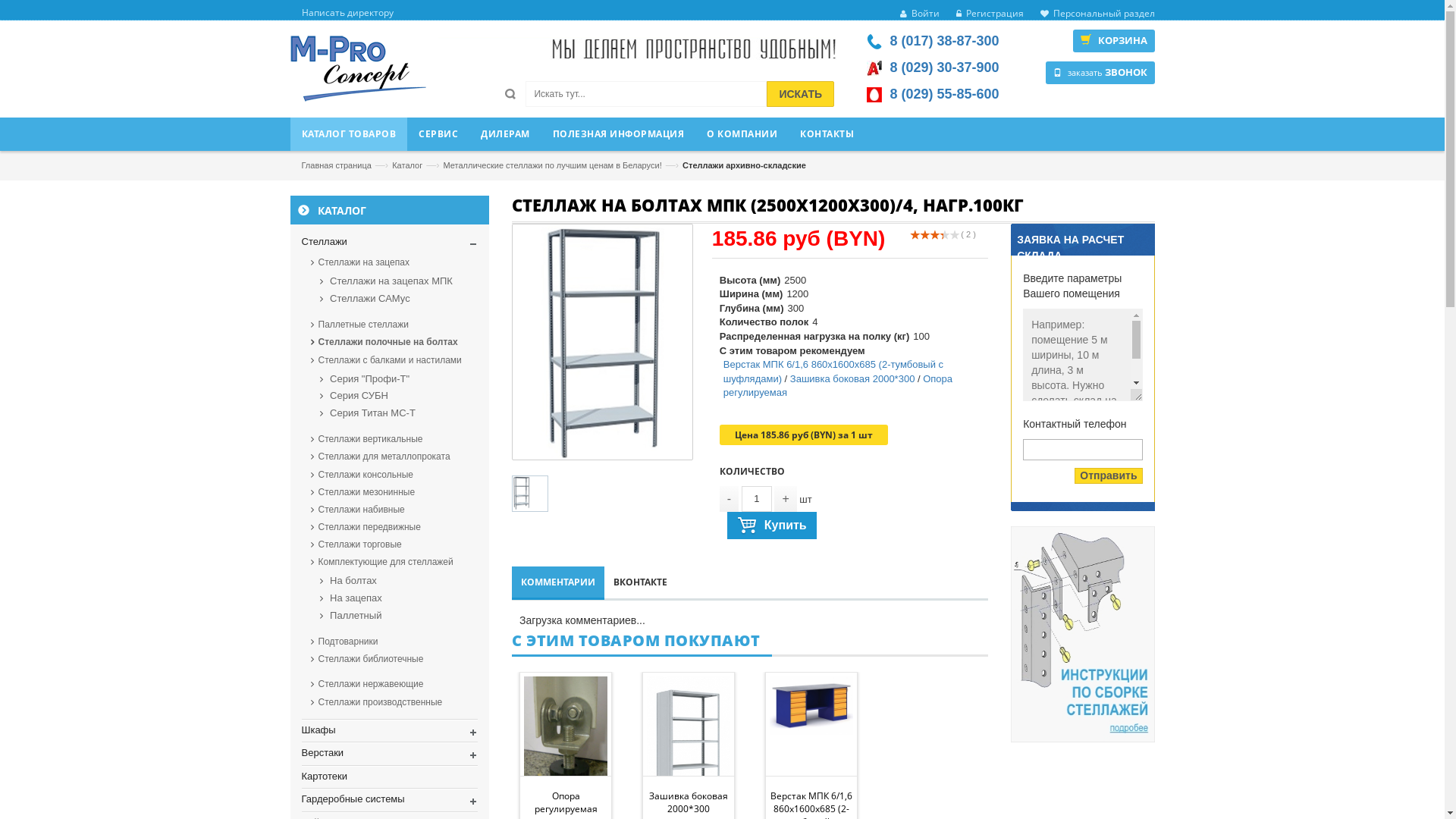  I want to click on '+', so click(774, 499).